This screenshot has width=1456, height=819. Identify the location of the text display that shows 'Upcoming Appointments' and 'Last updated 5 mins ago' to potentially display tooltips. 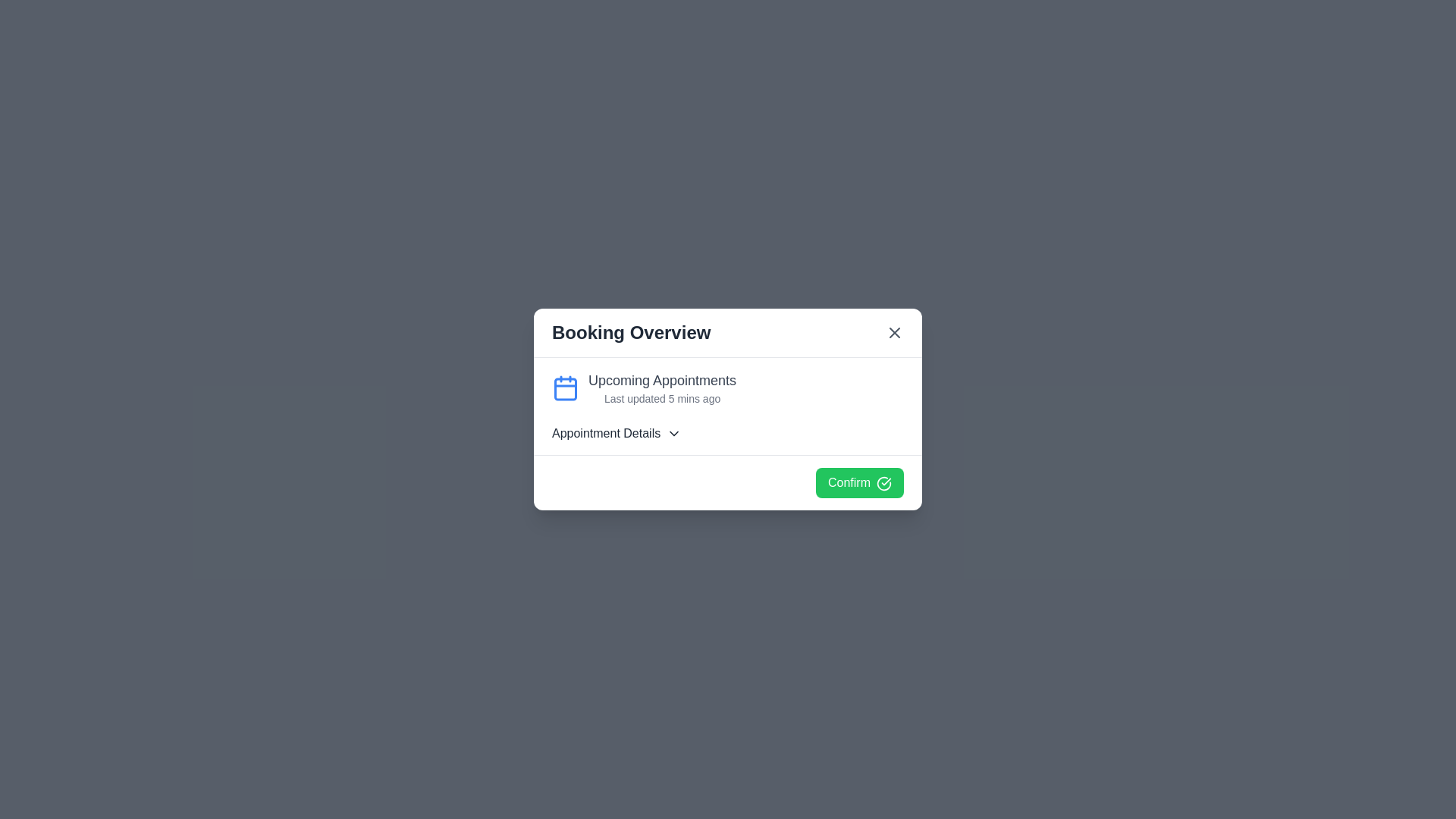
(662, 388).